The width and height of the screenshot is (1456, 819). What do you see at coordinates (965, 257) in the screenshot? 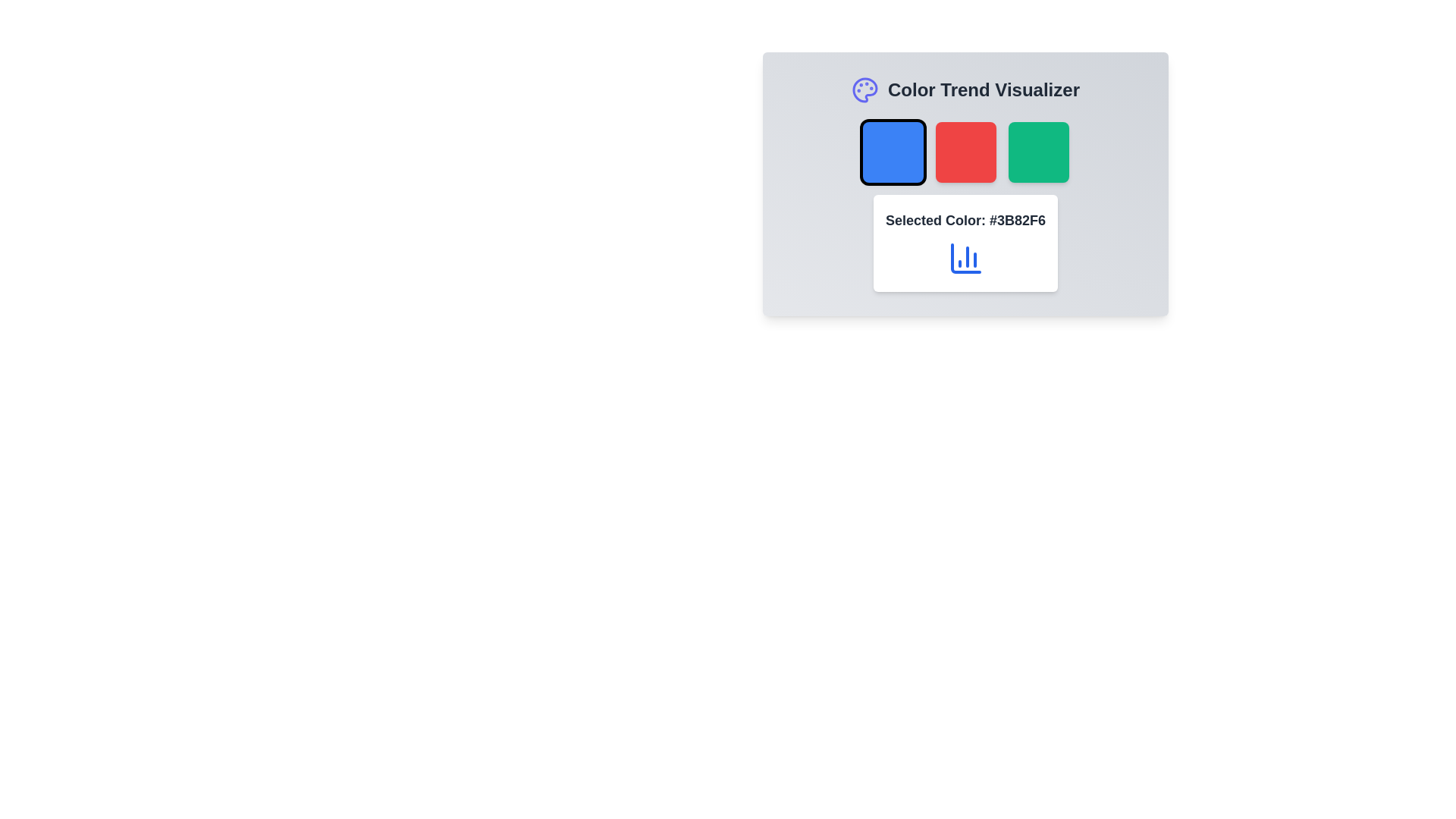
I see `the icon that represents data visualization, located at the center of the white rectangular section beneath the text 'Selected Color: #3B82F6'` at bounding box center [965, 257].